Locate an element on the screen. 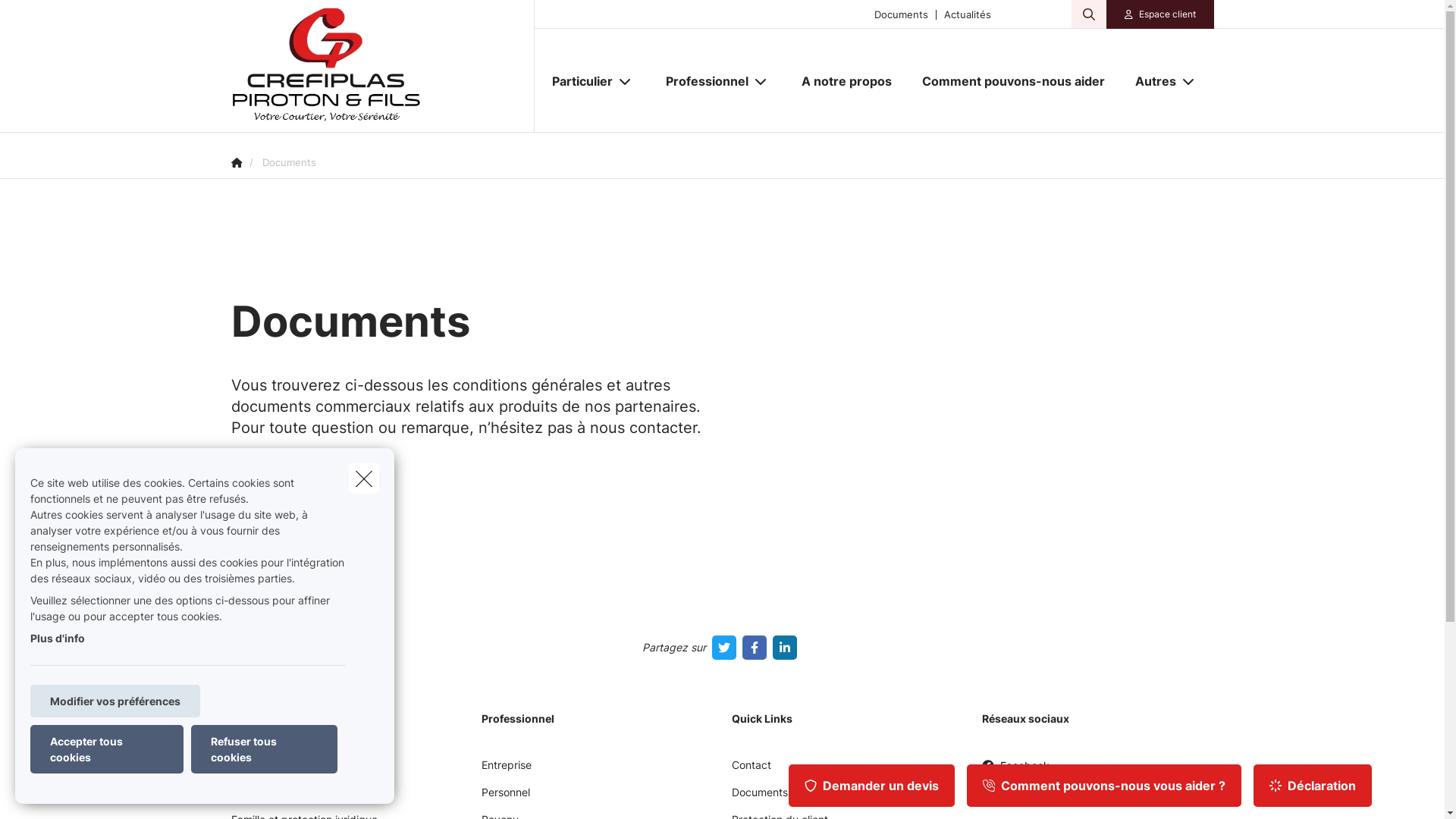  'Accepter tous cookies' is located at coordinates (105, 748).